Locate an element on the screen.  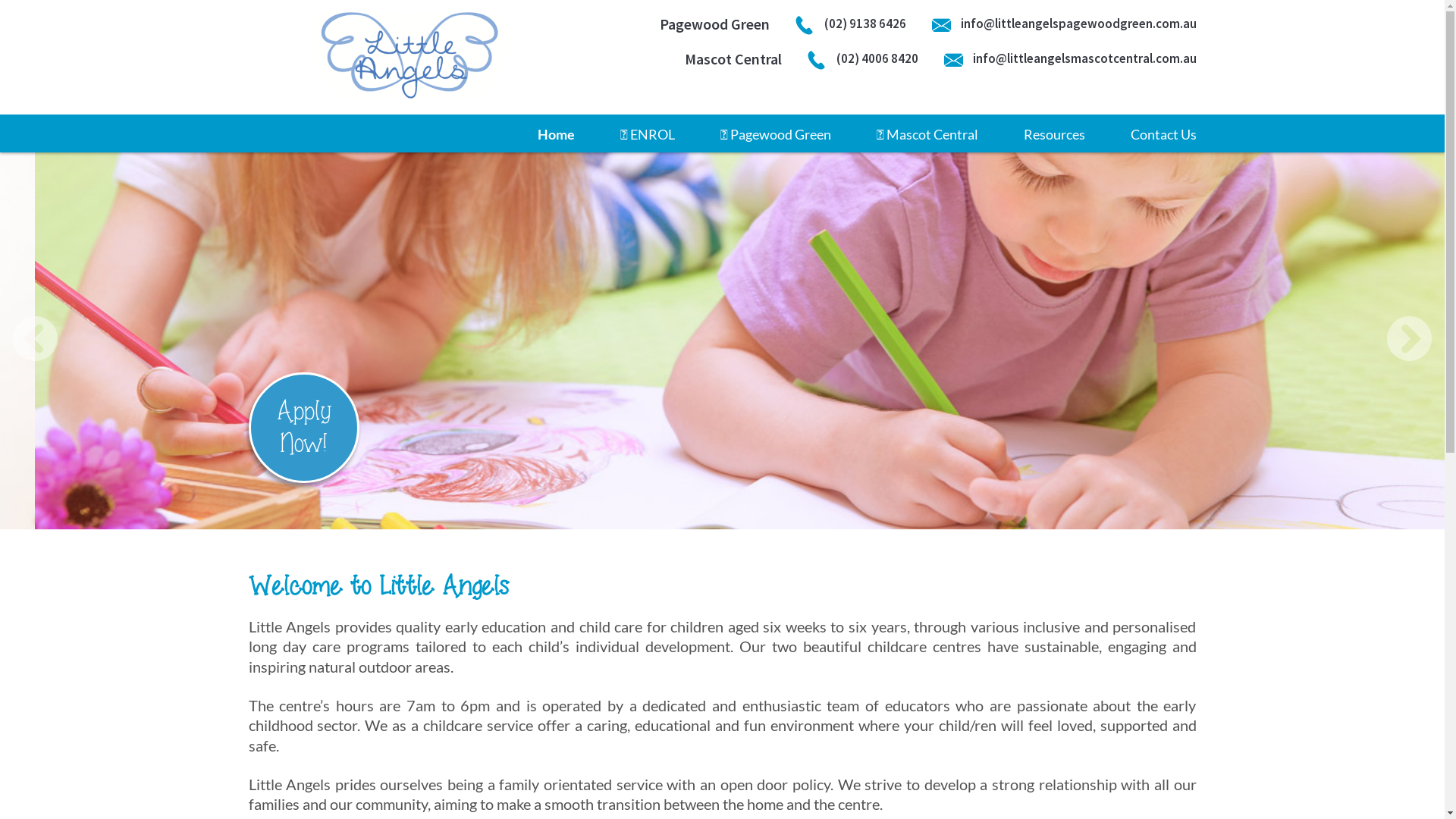
'Home' is located at coordinates (554, 133).